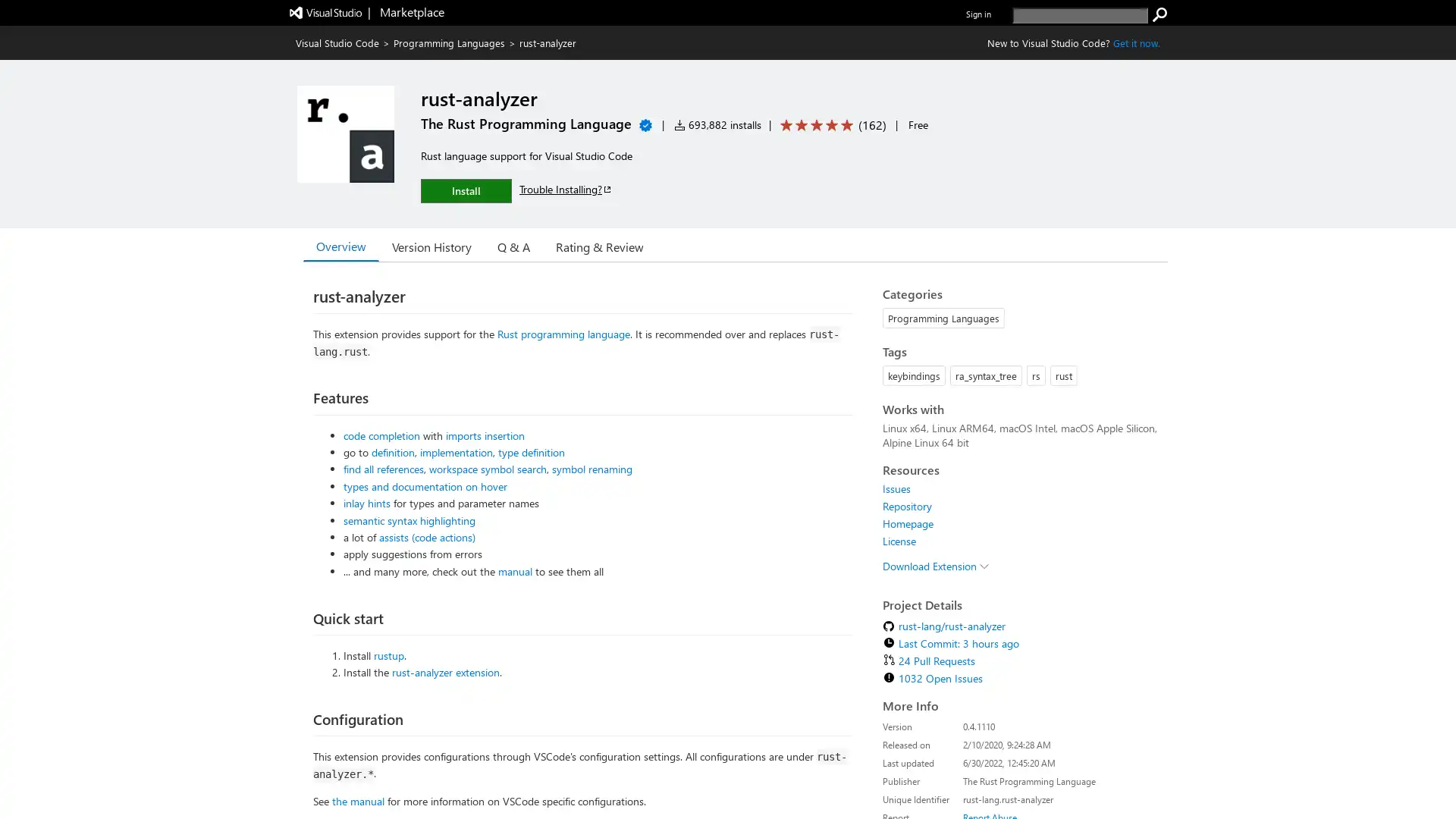  I want to click on search, so click(1159, 14).